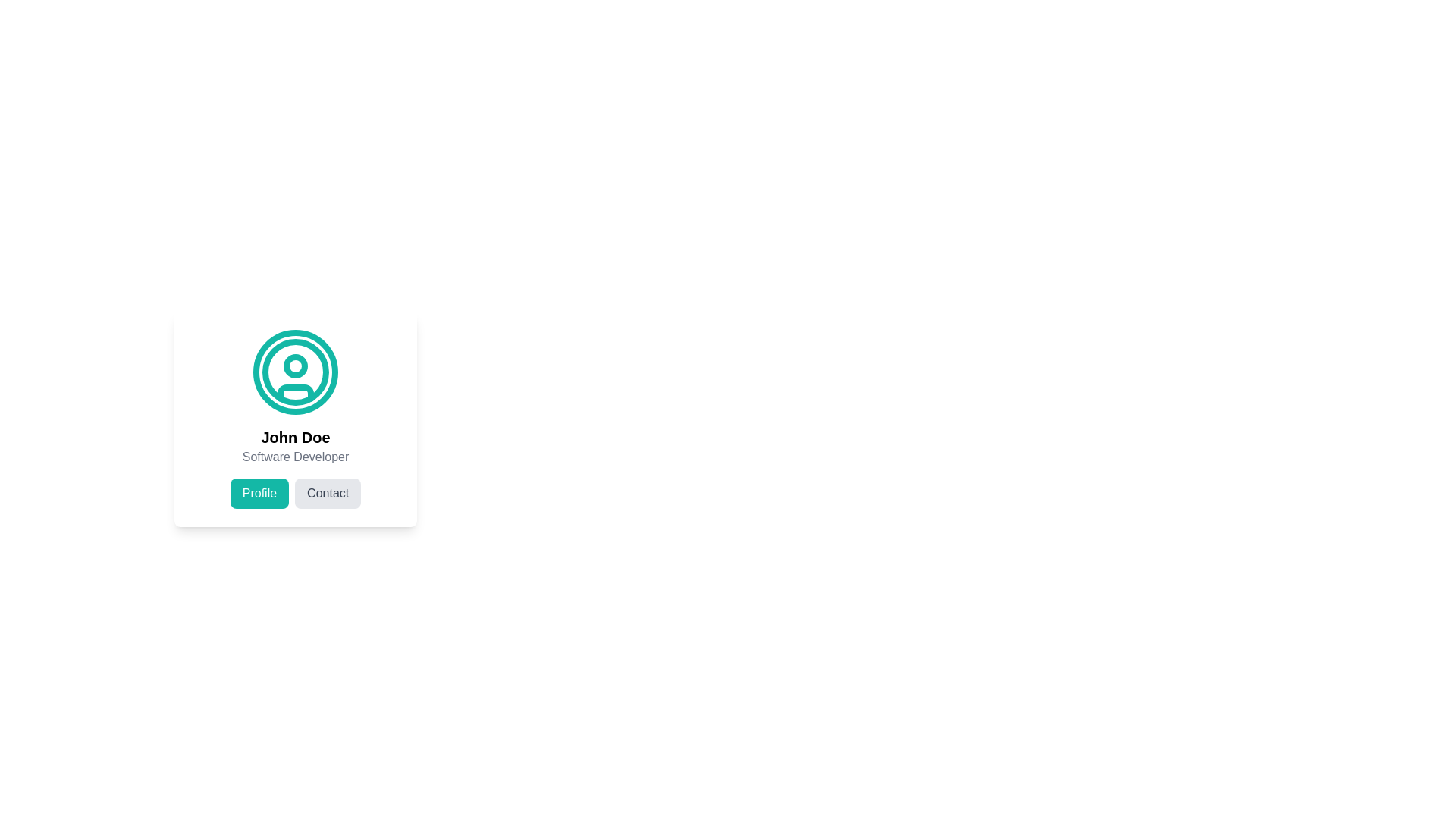 This screenshot has height=819, width=1456. Describe the element at coordinates (259, 494) in the screenshot. I see `the 'Profile' button, which is a rounded rectangular button with white text on a teal background, located under the user's profile picture and name` at that location.